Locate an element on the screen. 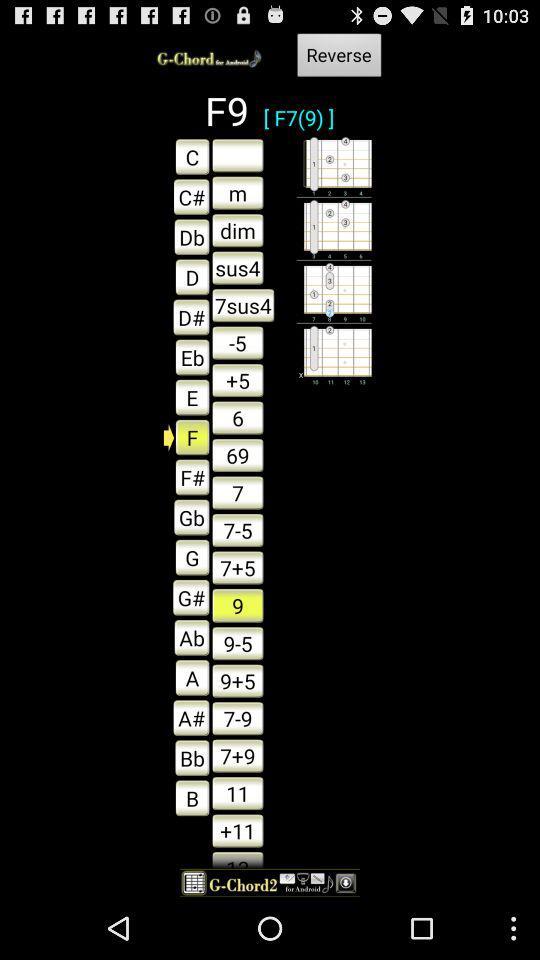 Image resolution: width=540 pixels, height=960 pixels. the icon below g# is located at coordinates (186, 636).